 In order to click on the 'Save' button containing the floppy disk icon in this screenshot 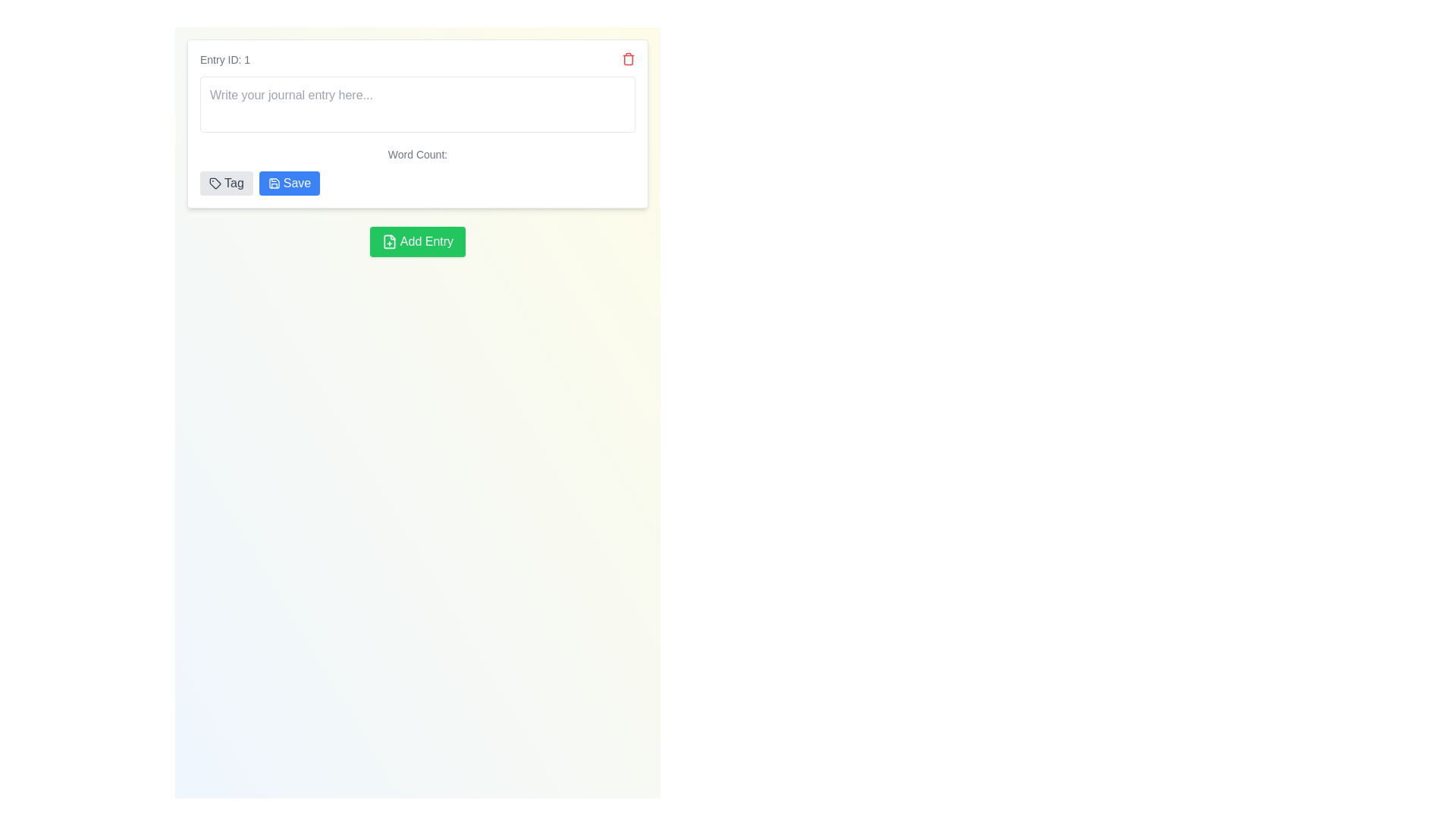, I will do `click(274, 183)`.